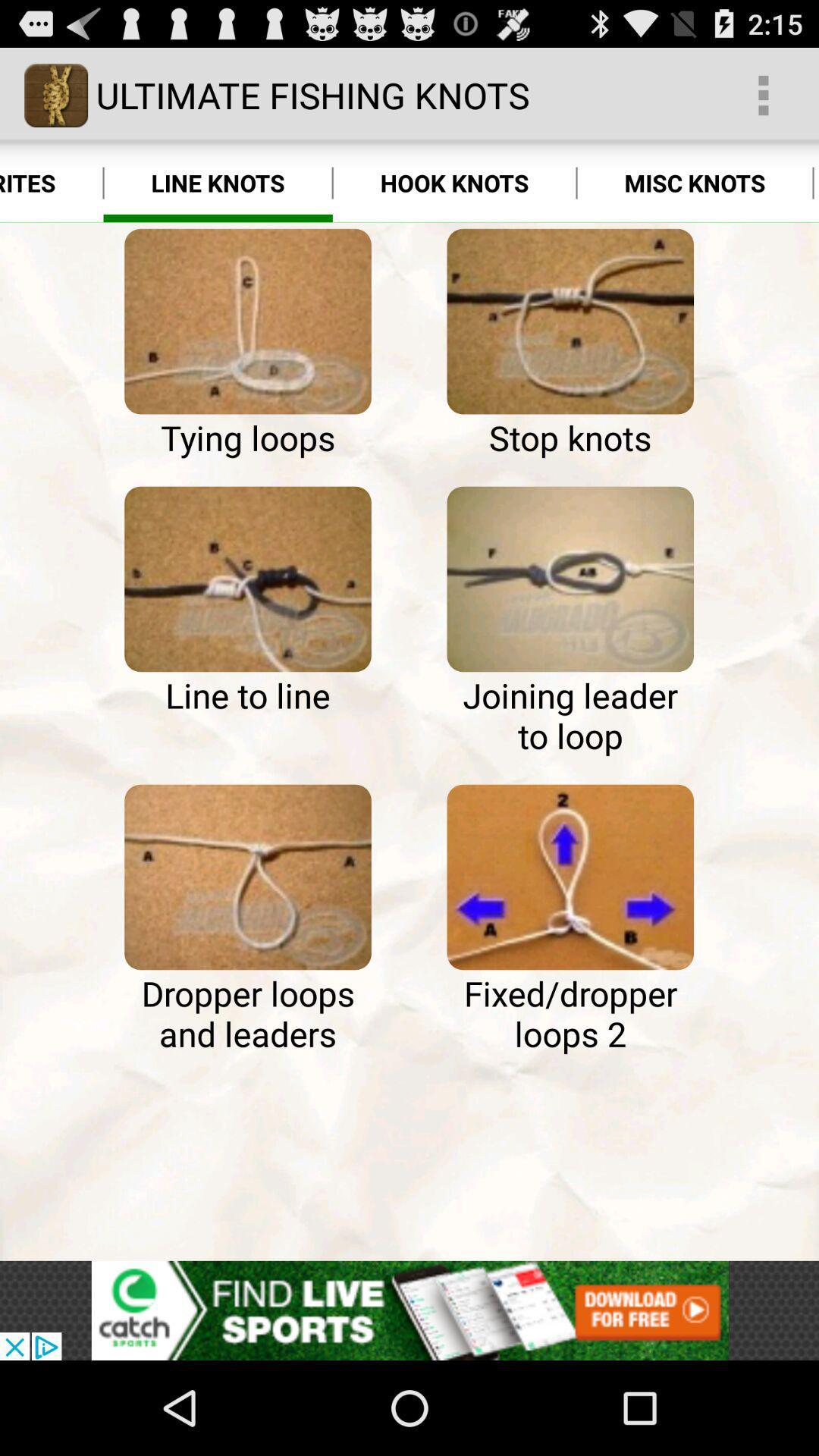  What do you see at coordinates (247, 877) in the screenshot?
I see `dropper loops and leaders instruction` at bounding box center [247, 877].